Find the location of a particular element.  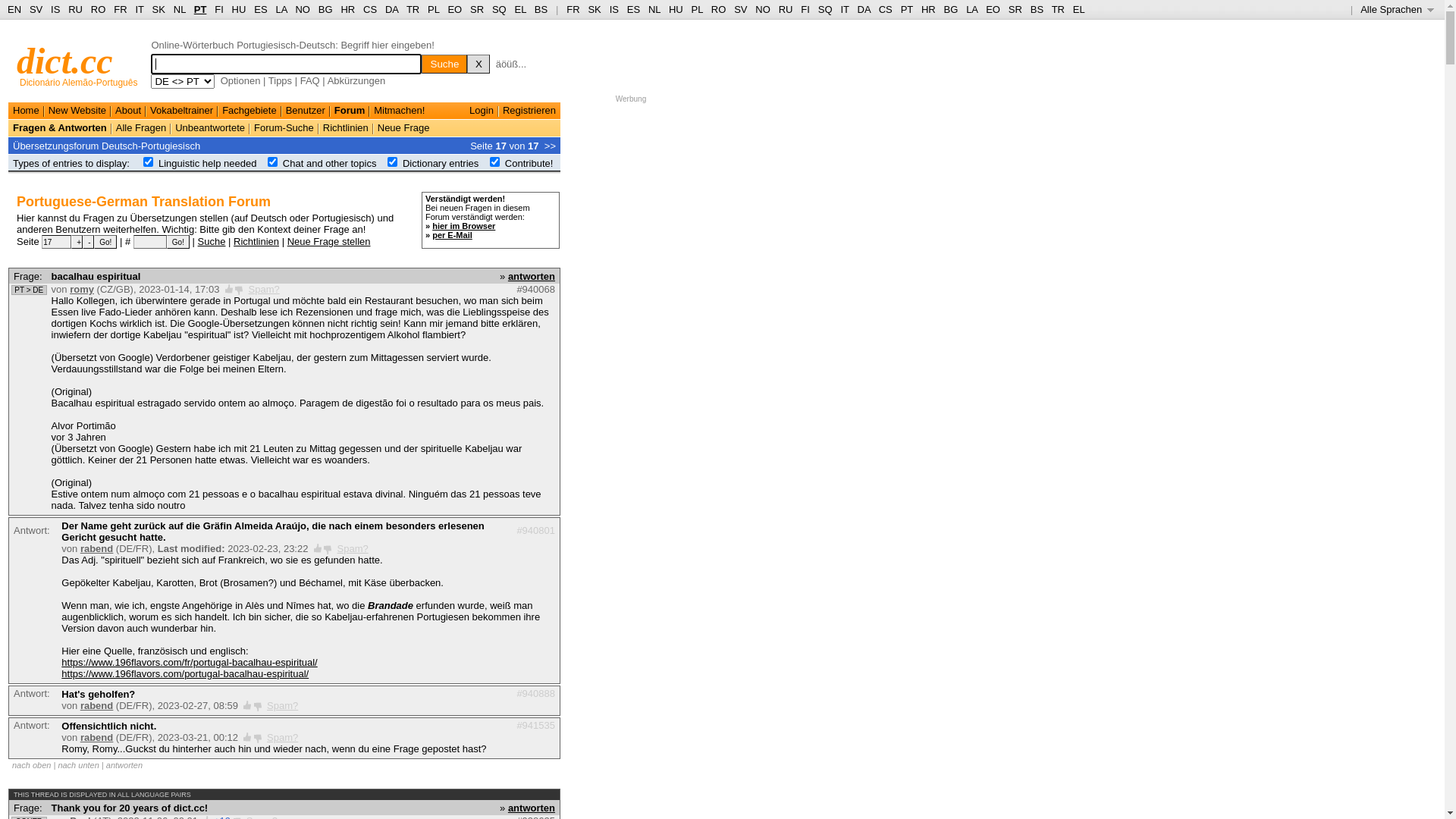

'Neue Frage' is located at coordinates (378, 127).